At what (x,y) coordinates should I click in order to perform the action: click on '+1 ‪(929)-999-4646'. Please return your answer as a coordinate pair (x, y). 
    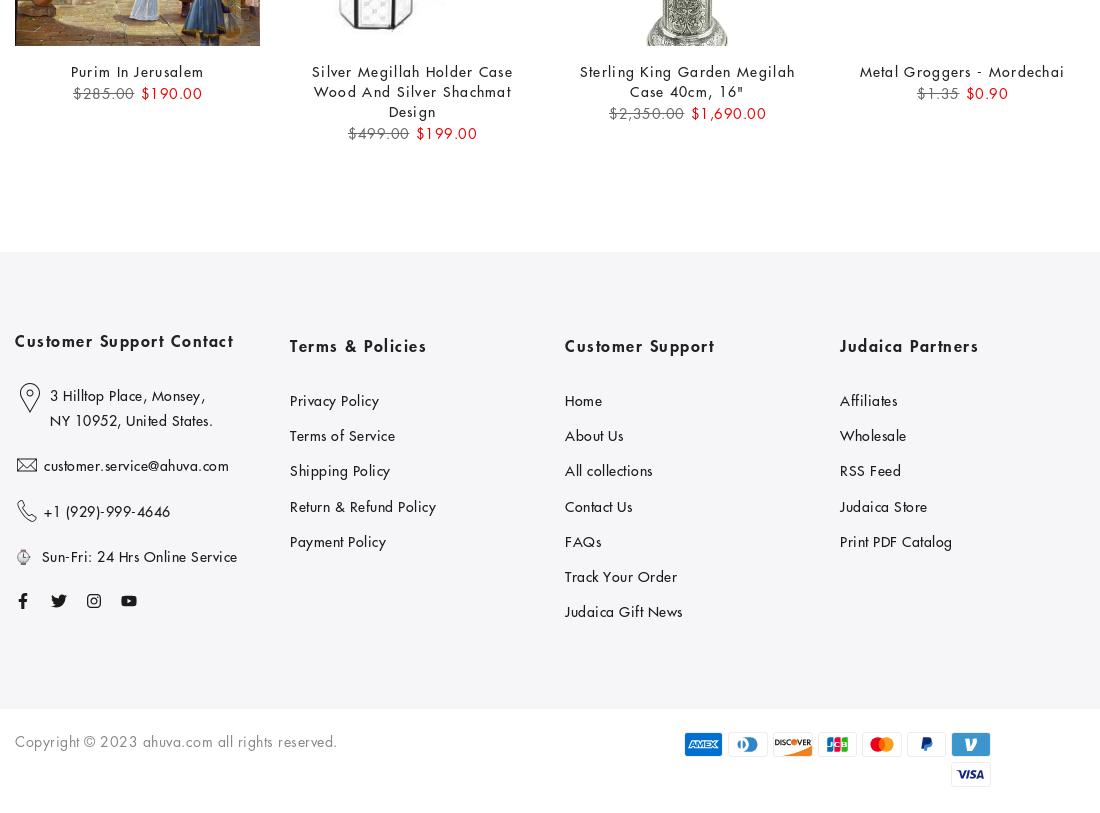
    Looking at the image, I should click on (107, 509).